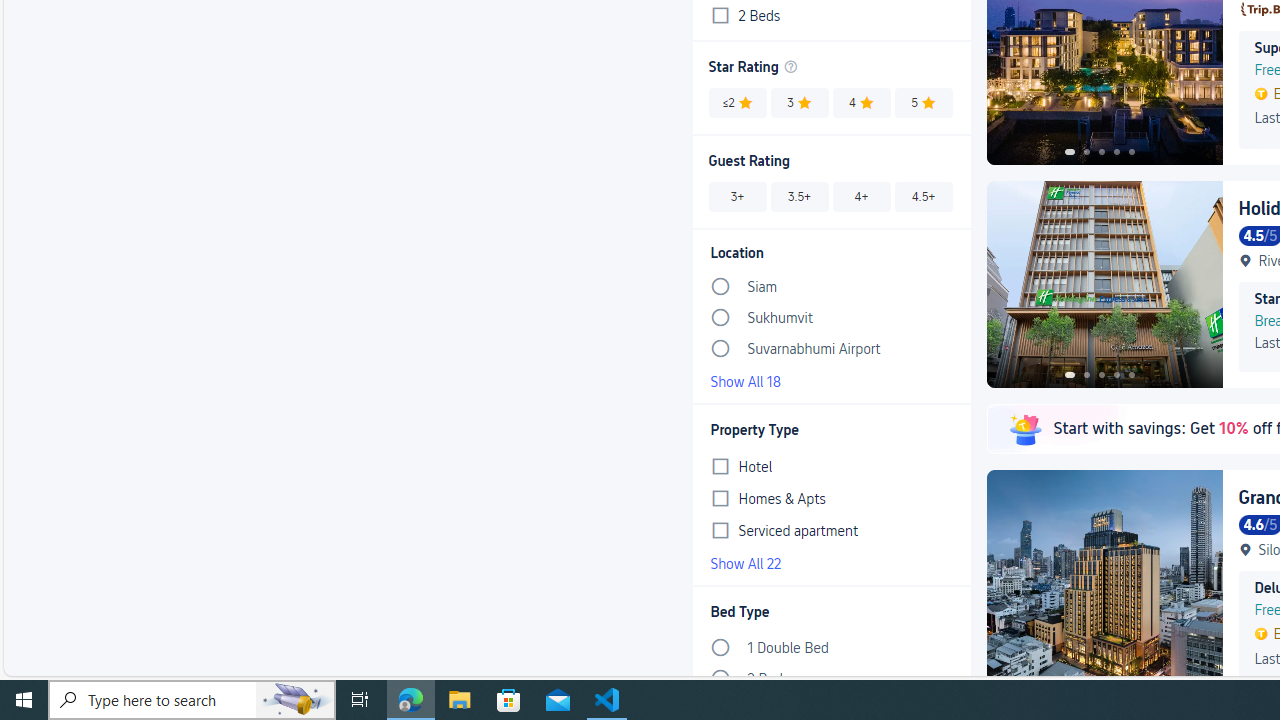 This screenshot has height=720, width=1280. I want to click on '3+', so click(736, 196).